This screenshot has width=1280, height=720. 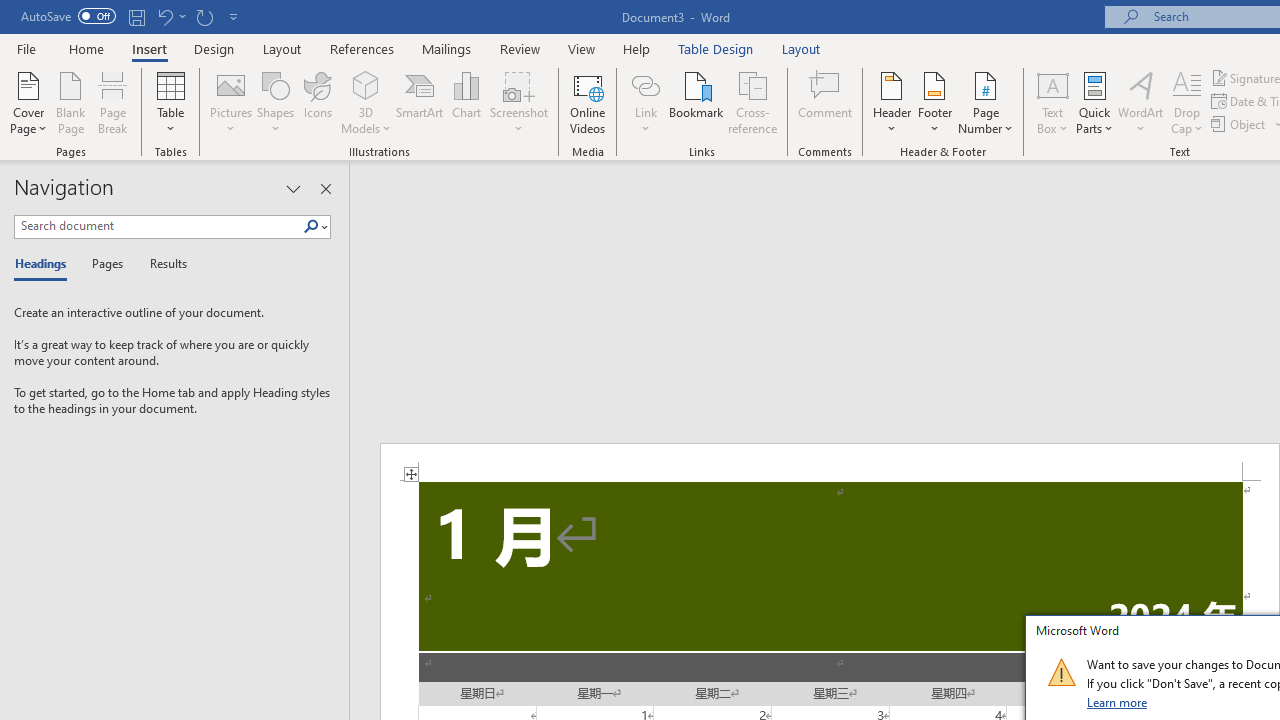 What do you see at coordinates (234, 16) in the screenshot?
I see `'Customize Quick Access Toolbar'` at bounding box center [234, 16].